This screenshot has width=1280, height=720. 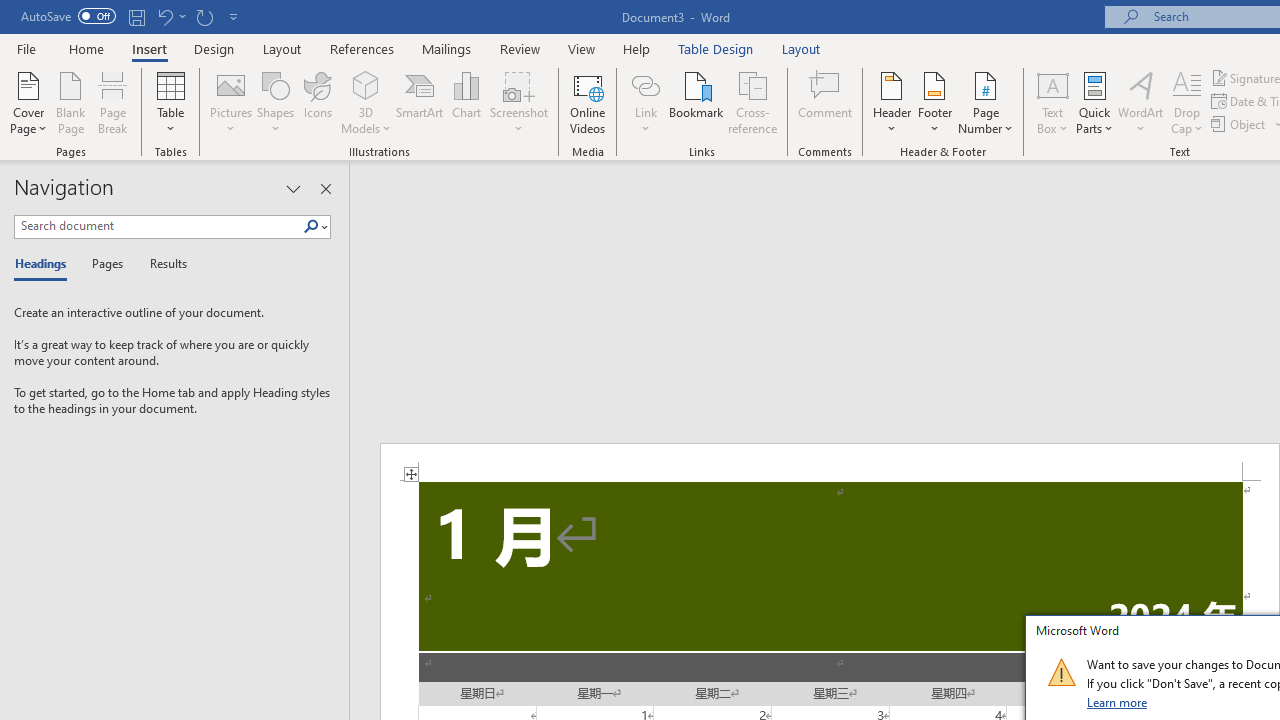 What do you see at coordinates (234, 16) in the screenshot?
I see `'Customize Quick Access Toolbar'` at bounding box center [234, 16].